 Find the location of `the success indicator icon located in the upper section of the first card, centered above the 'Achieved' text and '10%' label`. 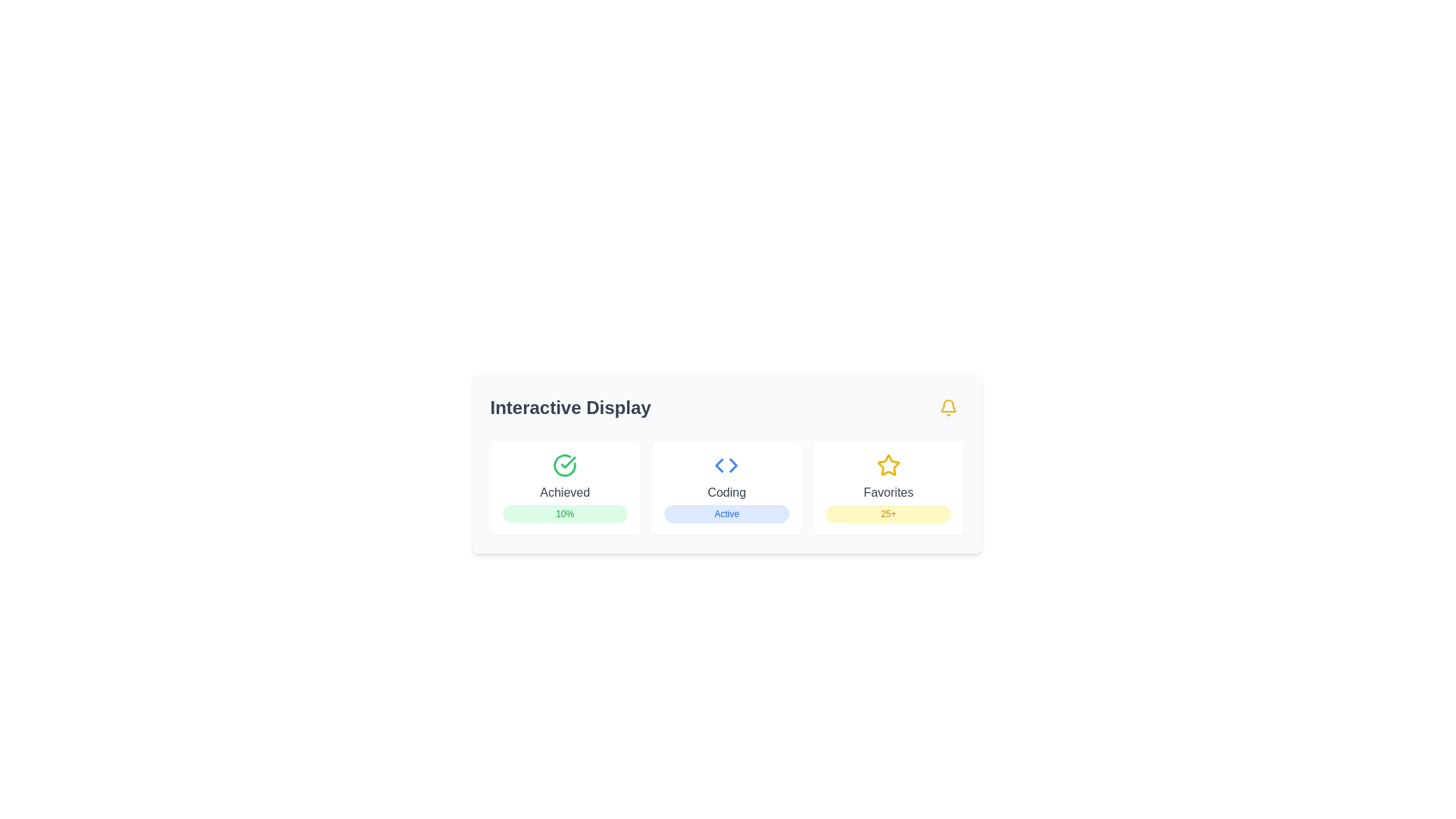

the success indicator icon located in the upper section of the first card, centered above the 'Achieved' text and '10%' label is located at coordinates (564, 464).